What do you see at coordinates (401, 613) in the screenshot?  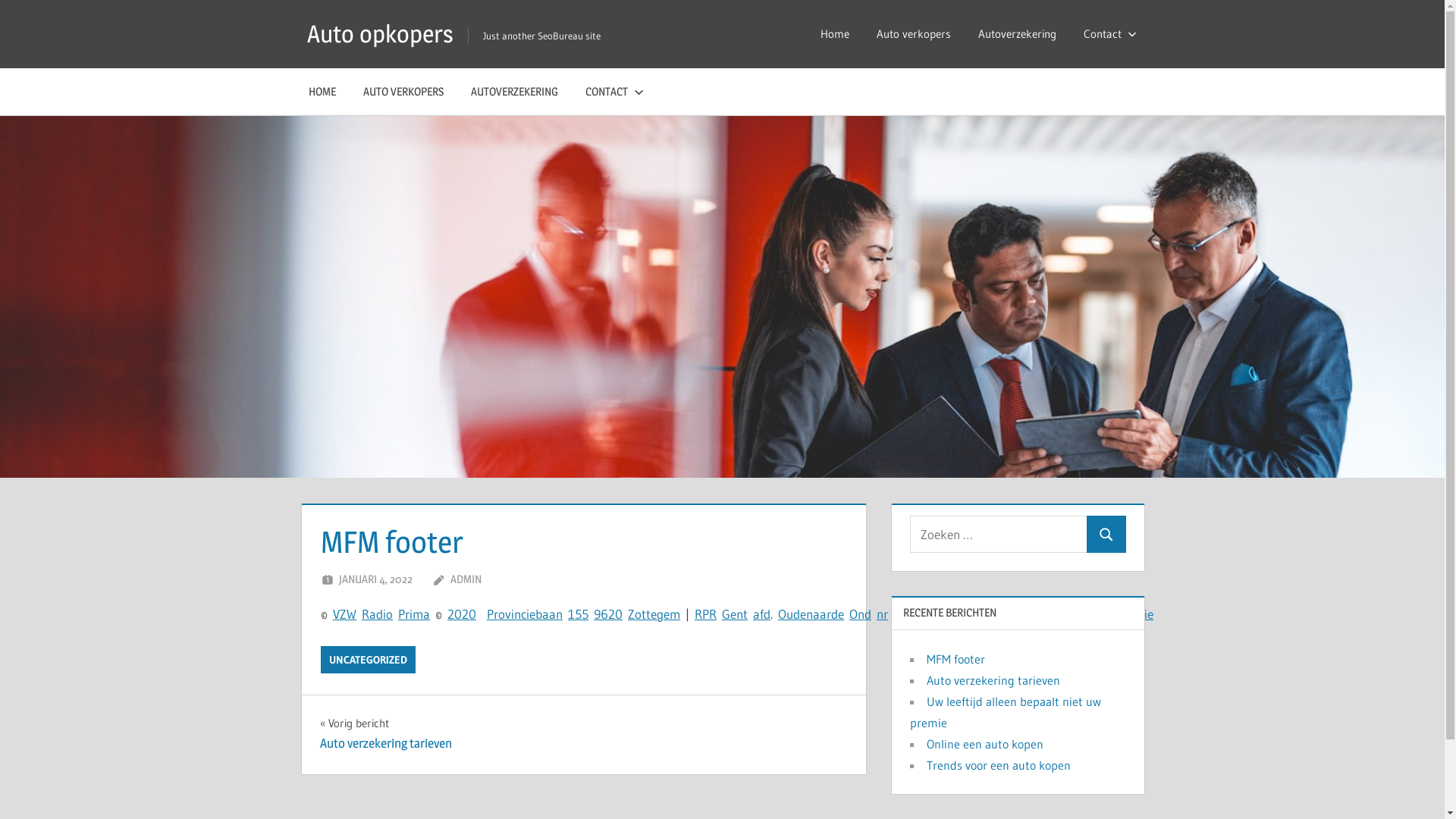 I see `'P'` at bounding box center [401, 613].